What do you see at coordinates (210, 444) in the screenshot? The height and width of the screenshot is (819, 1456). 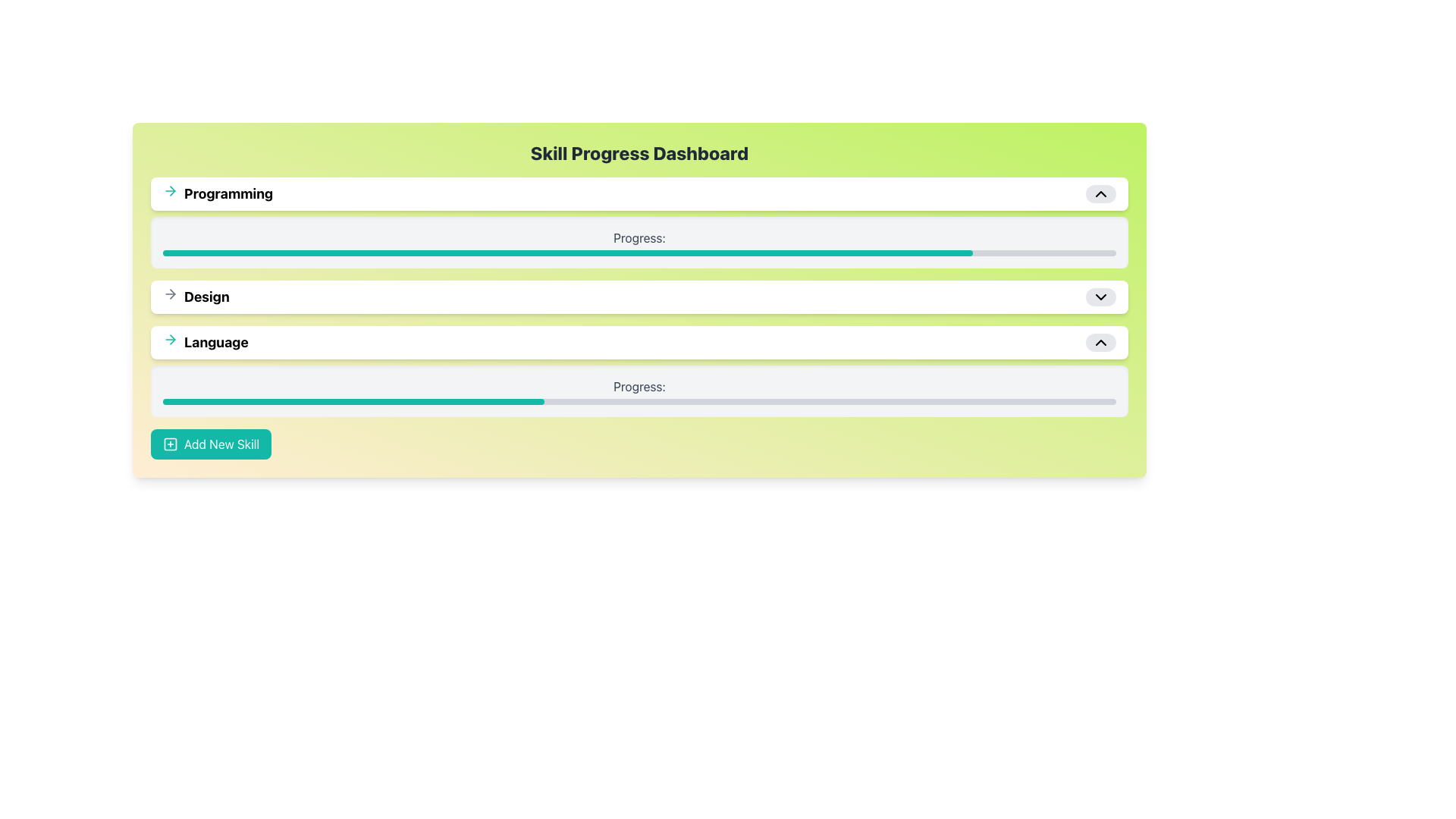 I see `the teal button labeled 'Add New Skill' with a white plus icon` at bounding box center [210, 444].